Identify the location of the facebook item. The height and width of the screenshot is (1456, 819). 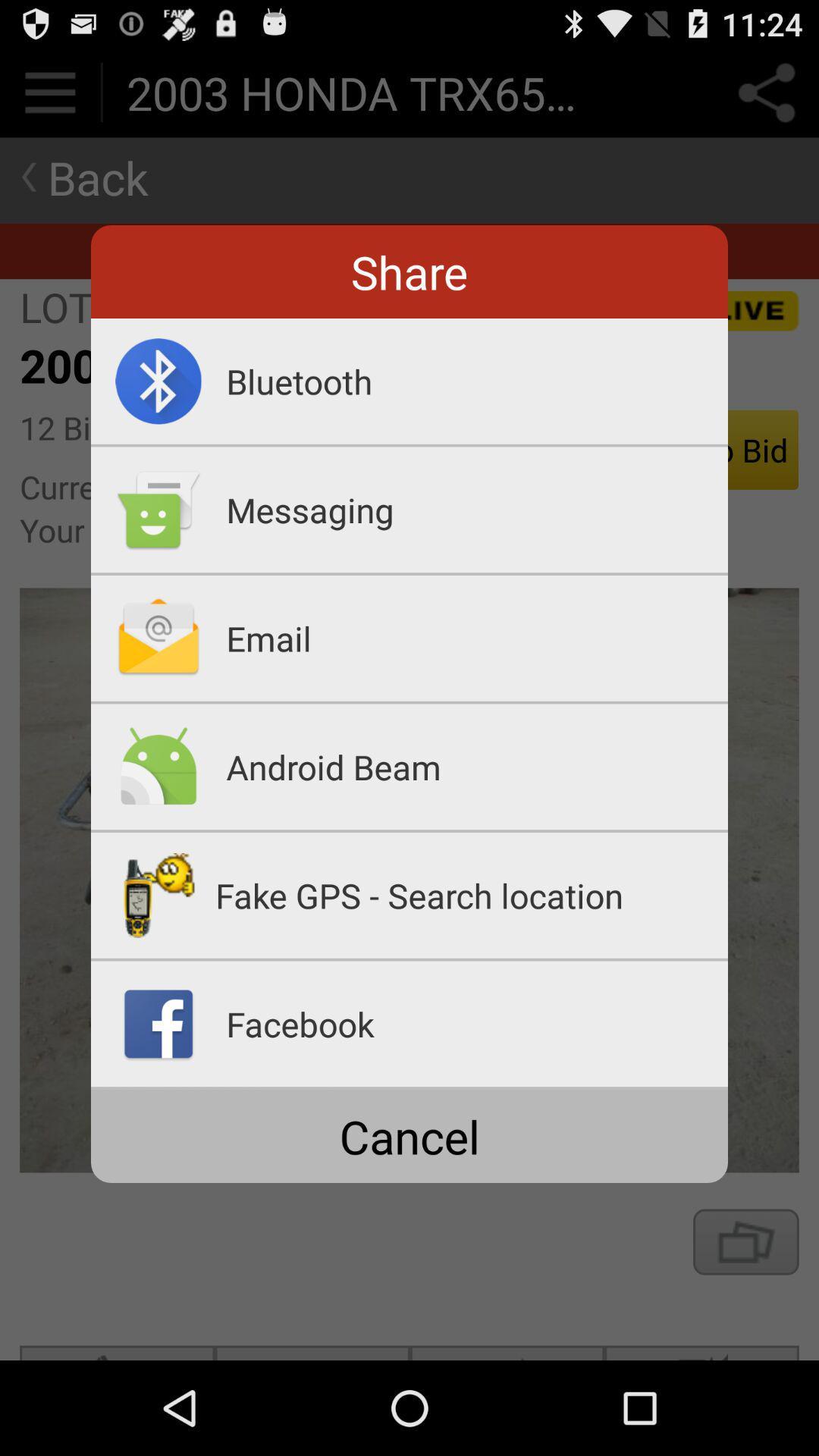
(476, 1024).